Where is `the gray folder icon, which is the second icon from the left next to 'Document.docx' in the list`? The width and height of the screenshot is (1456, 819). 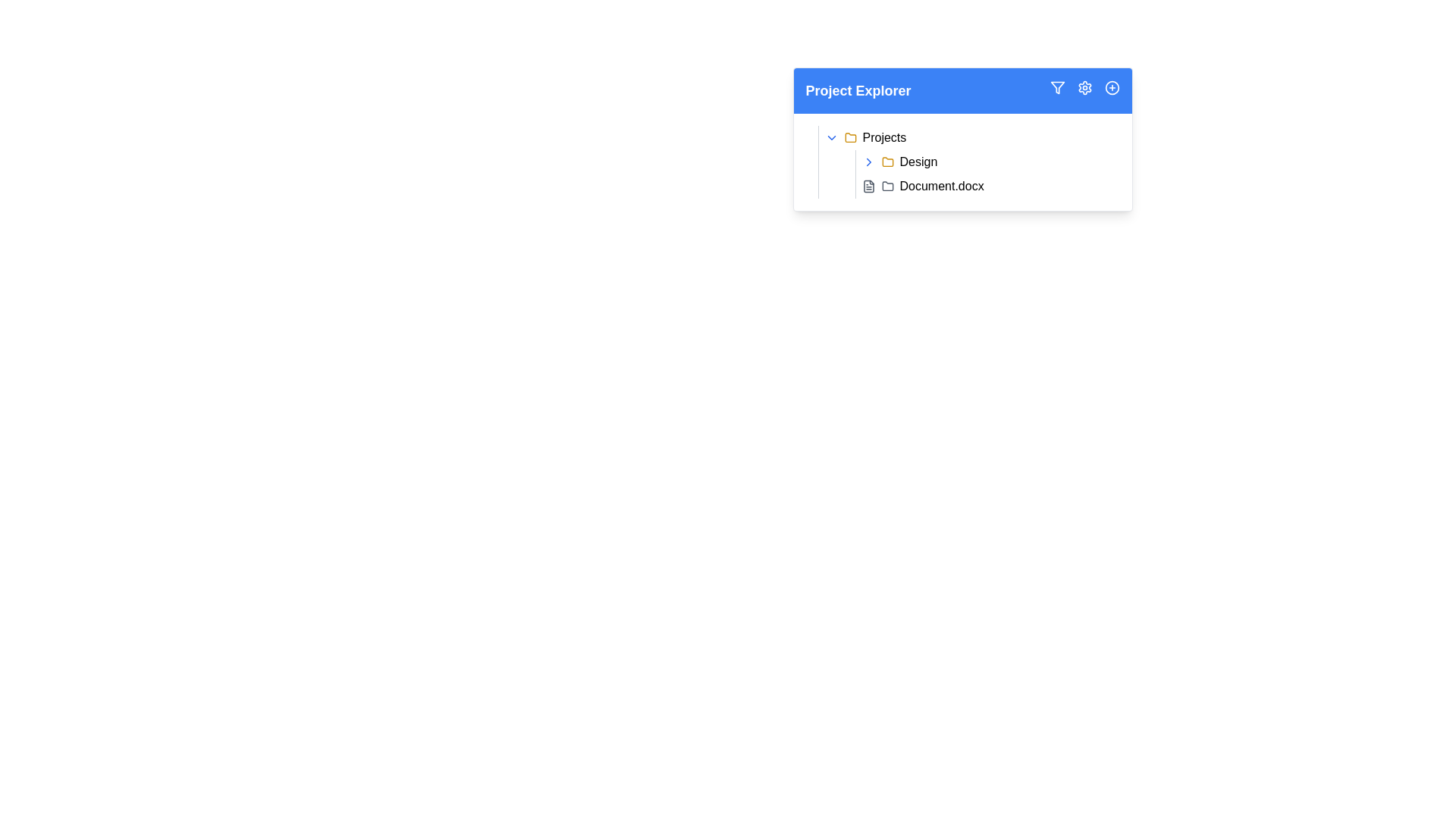 the gray folder icon, which is the second icon from the left next to 'Document.docx' in the list is located at coordinates (887, 186).